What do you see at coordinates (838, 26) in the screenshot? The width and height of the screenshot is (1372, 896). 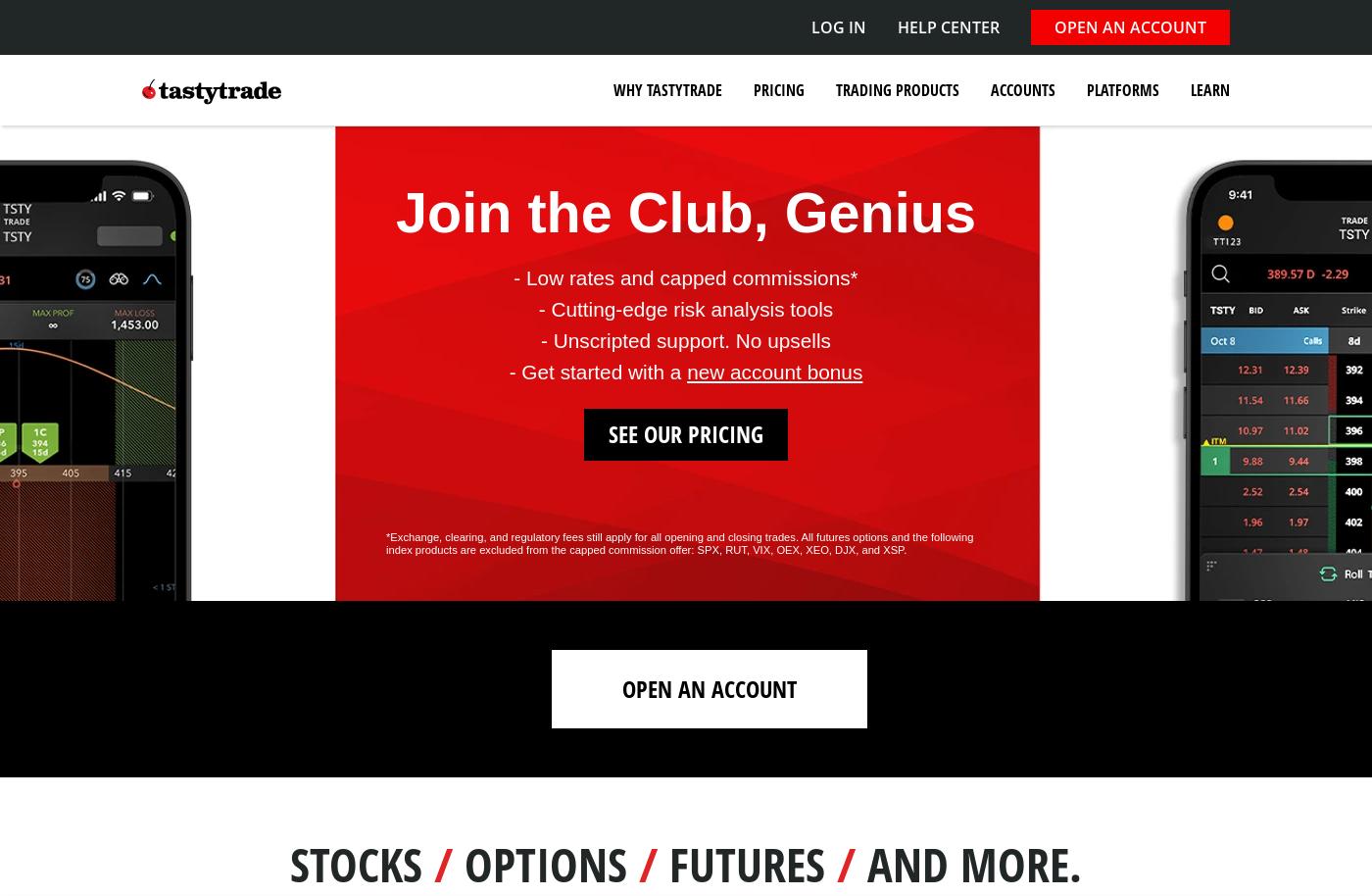 I see `'Log In'` at bounding box center [838, 26].